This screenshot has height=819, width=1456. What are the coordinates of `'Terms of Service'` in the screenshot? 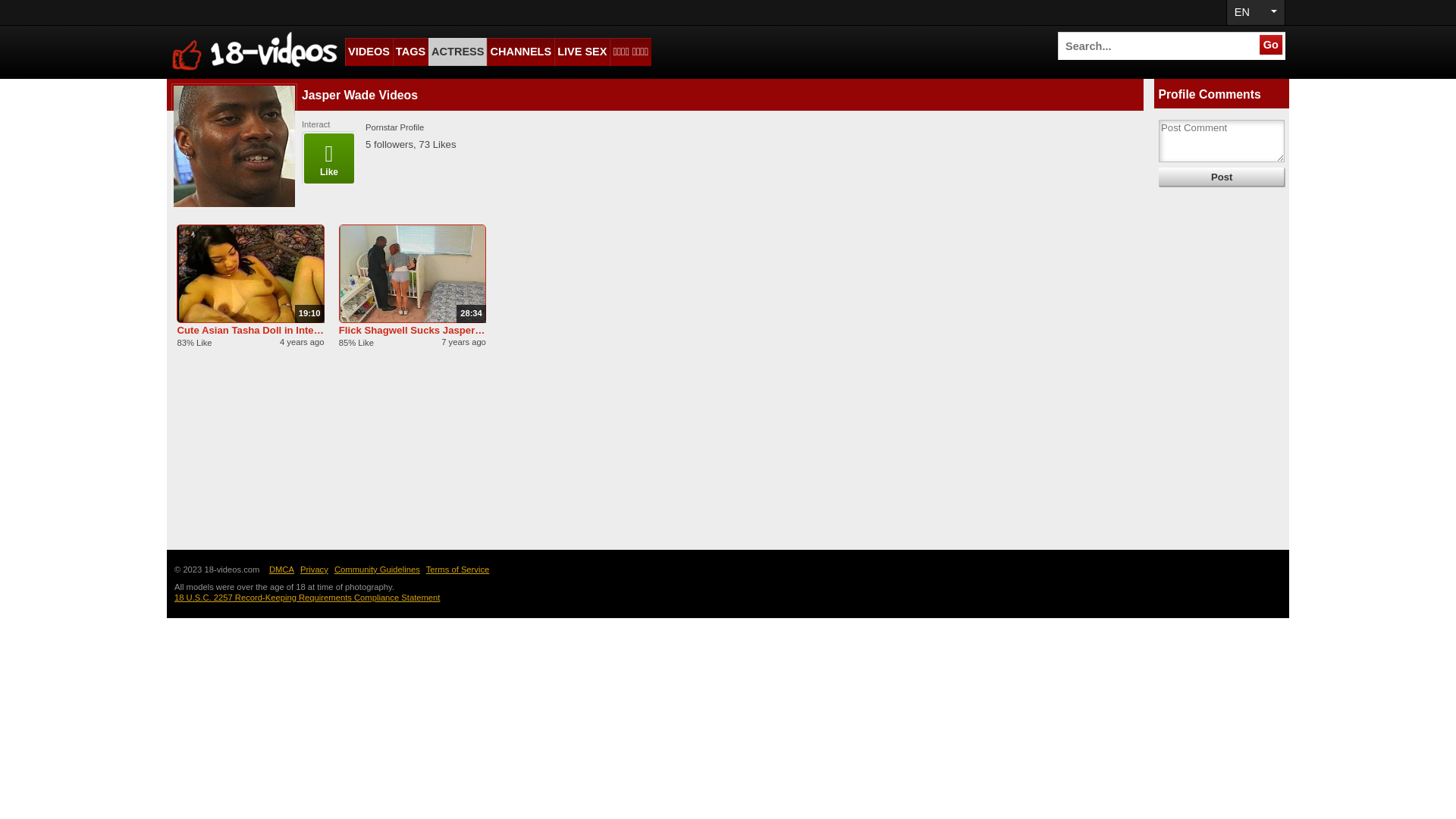 It's located at (425, 570).